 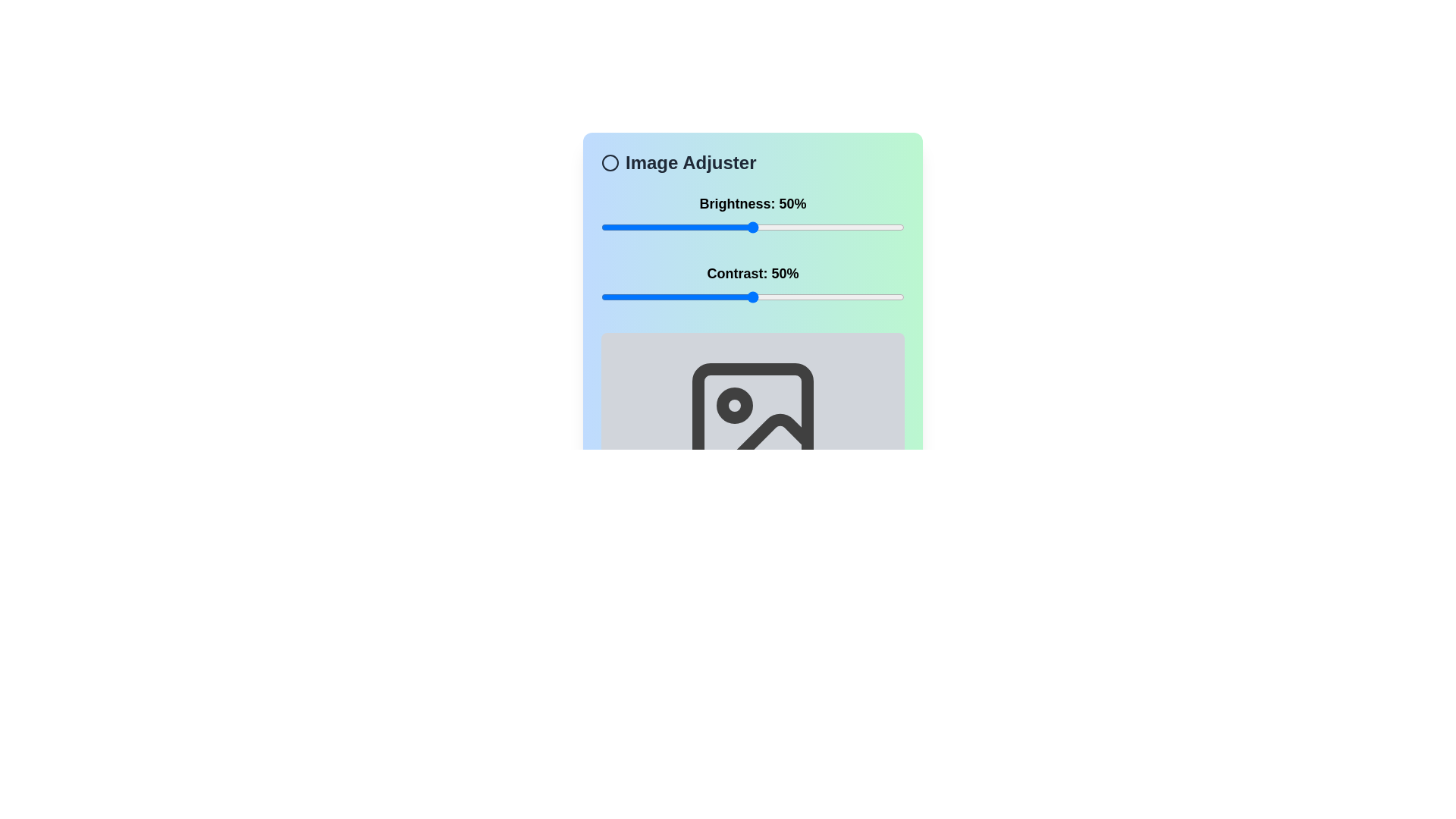 I want to click on the contrast slider to 51%, so click(x=756, y=297).